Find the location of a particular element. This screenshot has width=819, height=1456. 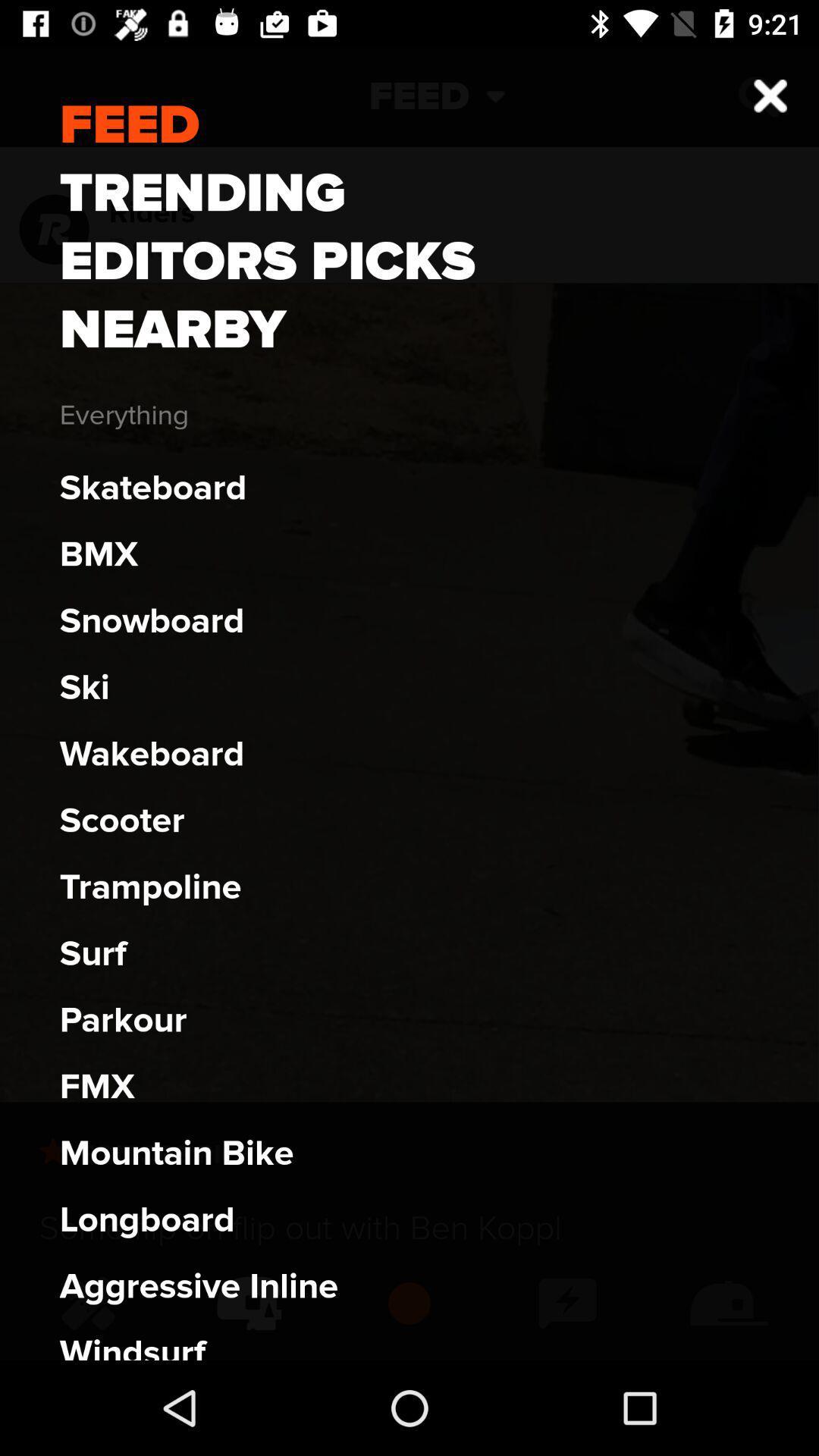

the close icon is located at coordinates (758, 96).